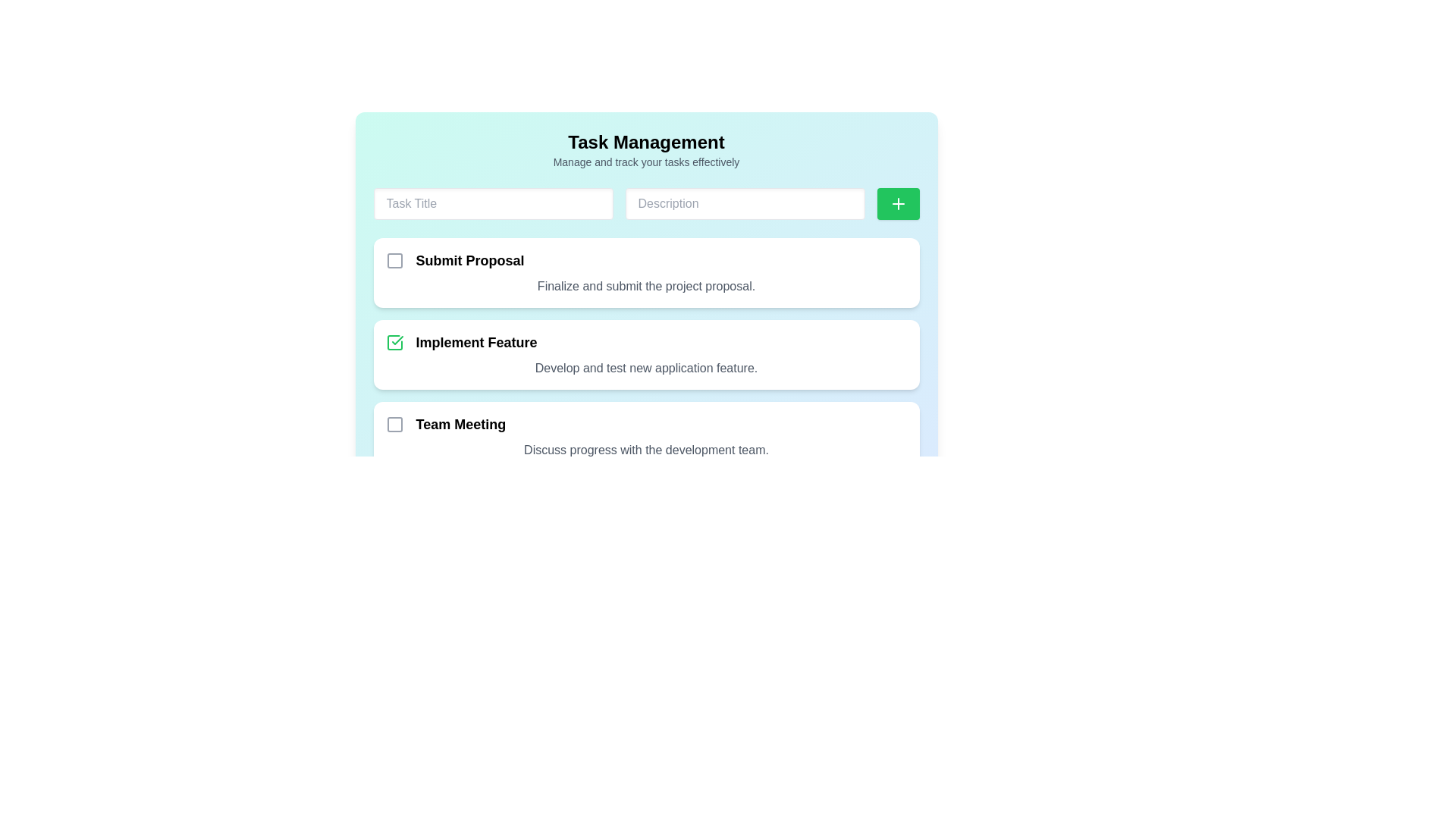  Describe the element at coordinates (460, 424) in the screenshot. I see `the 'Team Meeting' text label, which serves as the title of a task item in the task management interface` at that location.